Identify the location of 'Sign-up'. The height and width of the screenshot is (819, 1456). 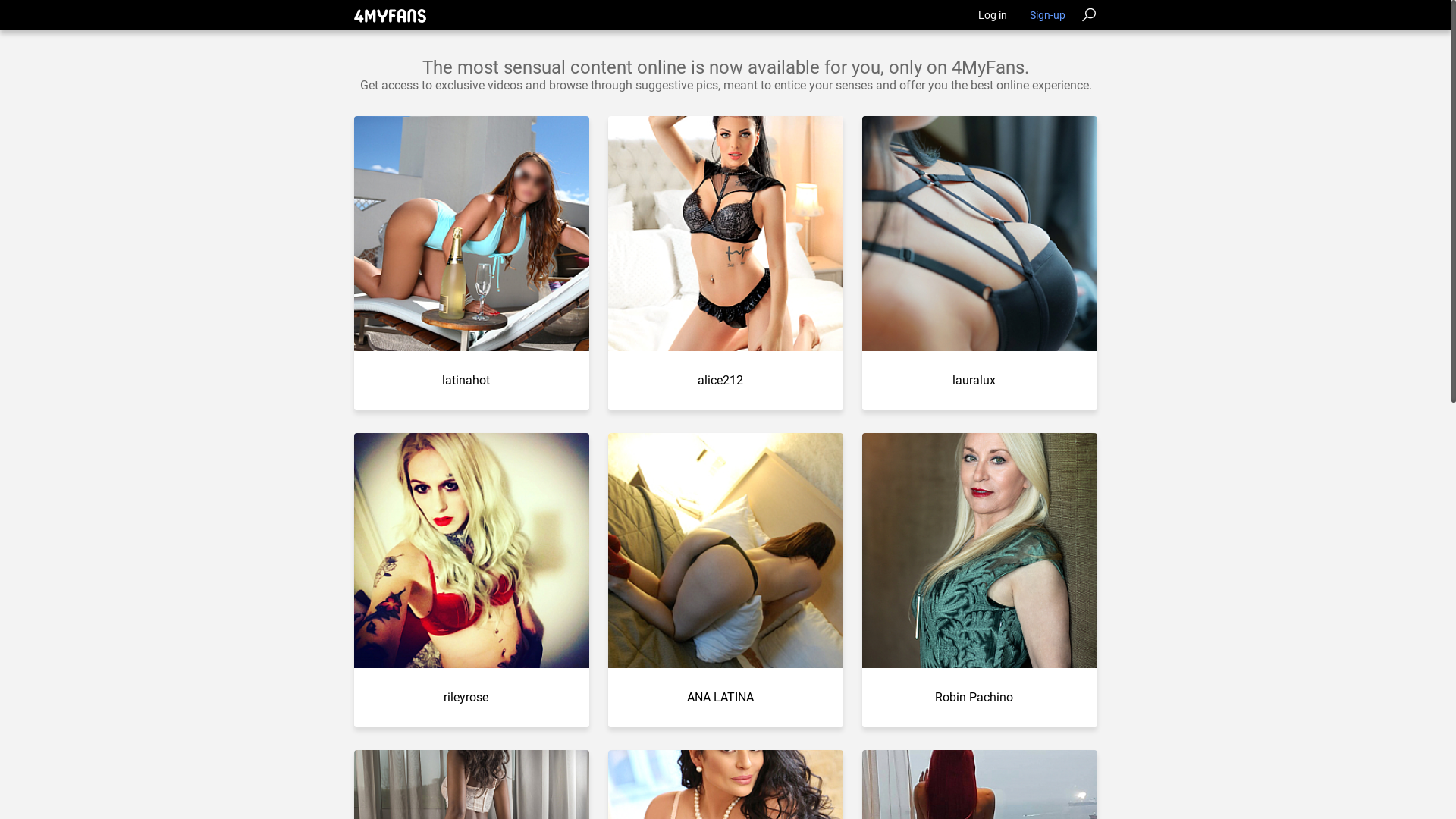
(1046, 14).